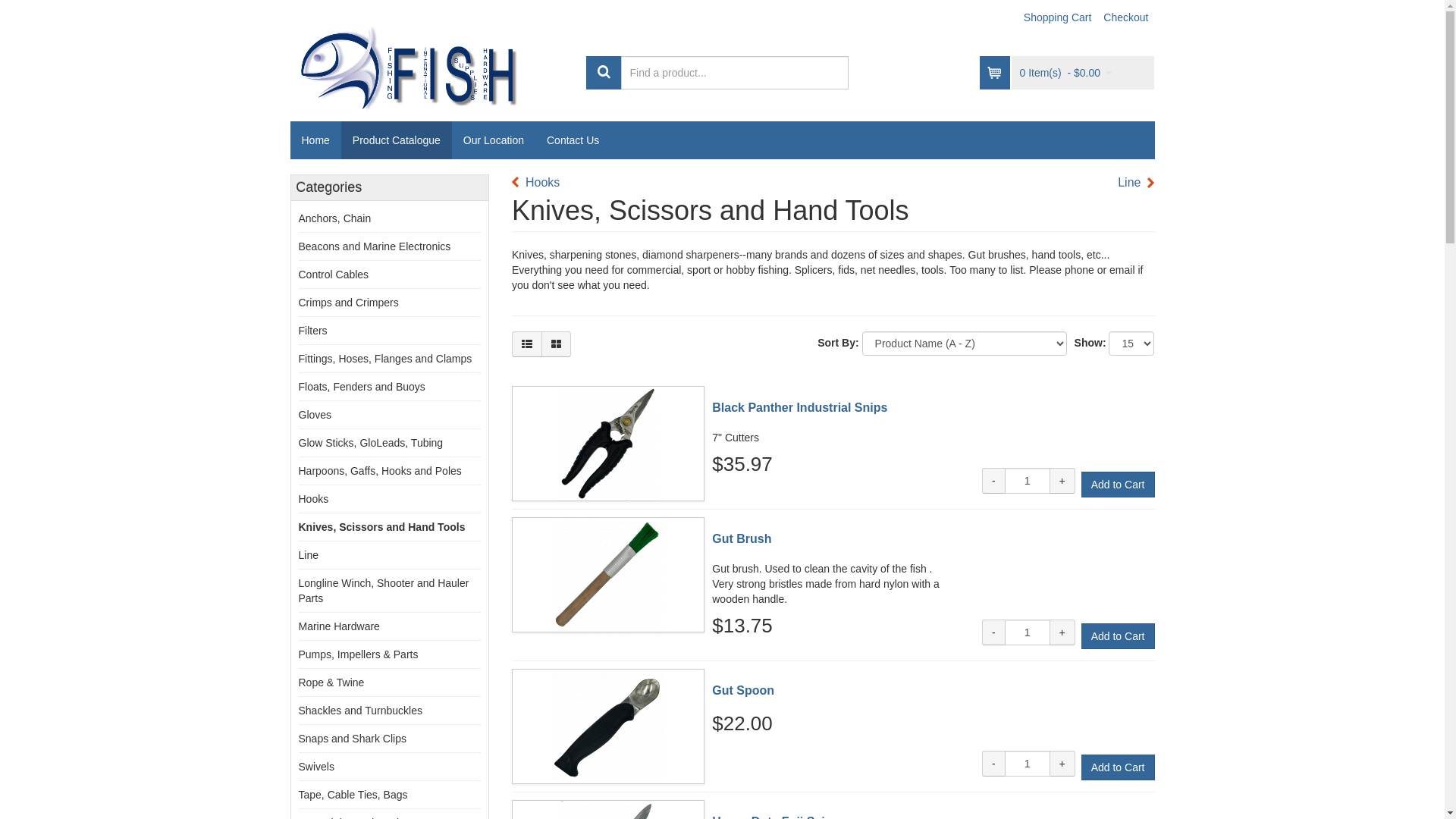 This screenshot has height=819, width=1456. What do you see at coordinates (361, 385) in the screenshot?
I see `'Floats, Fenders and Buoys'` at bounding box center [361, 385].